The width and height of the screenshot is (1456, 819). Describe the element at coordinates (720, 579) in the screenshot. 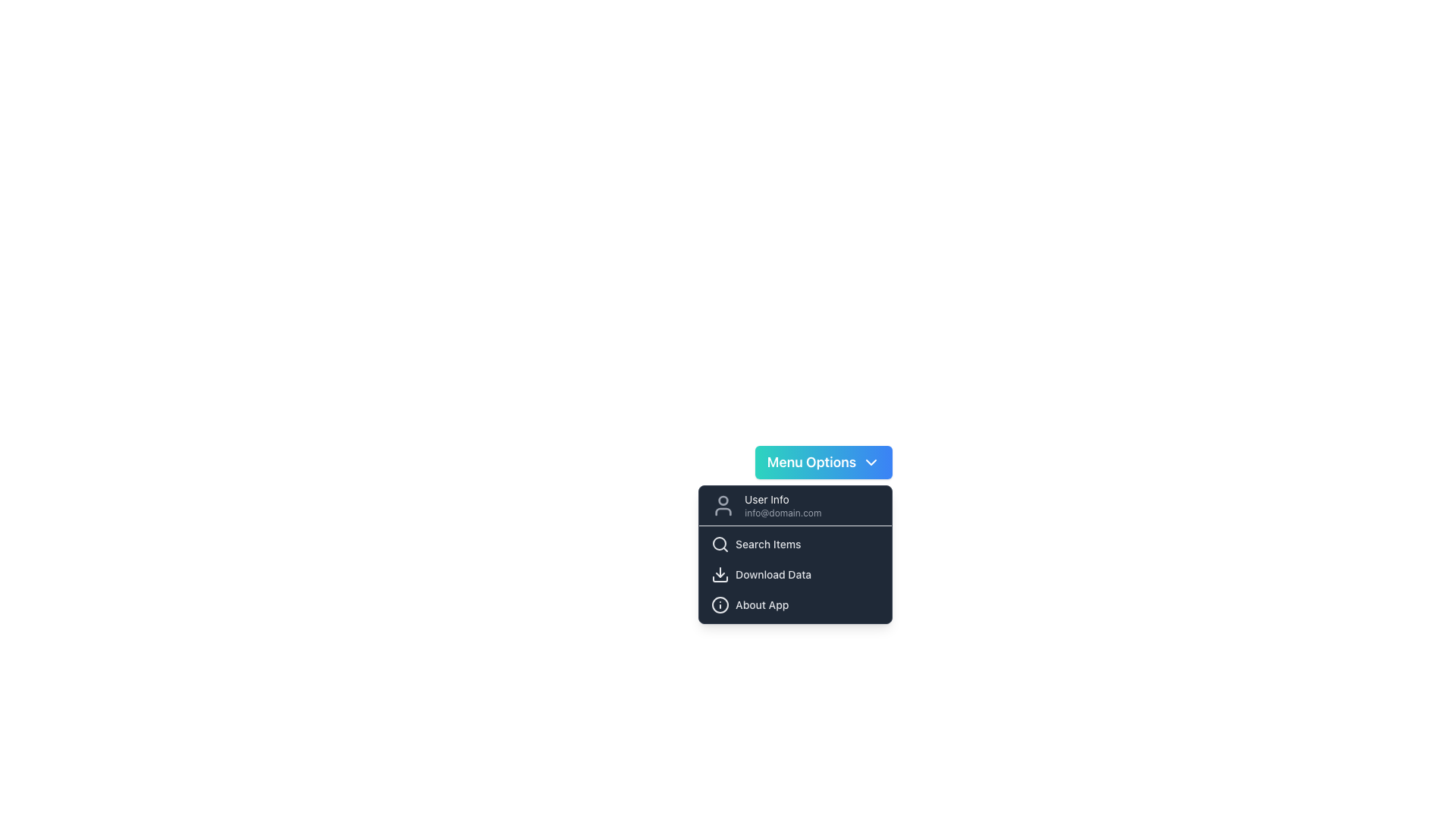

I see `the rectangular segment of the download button icon in the third item of the 'Download Data' dropdown menu` at that location.